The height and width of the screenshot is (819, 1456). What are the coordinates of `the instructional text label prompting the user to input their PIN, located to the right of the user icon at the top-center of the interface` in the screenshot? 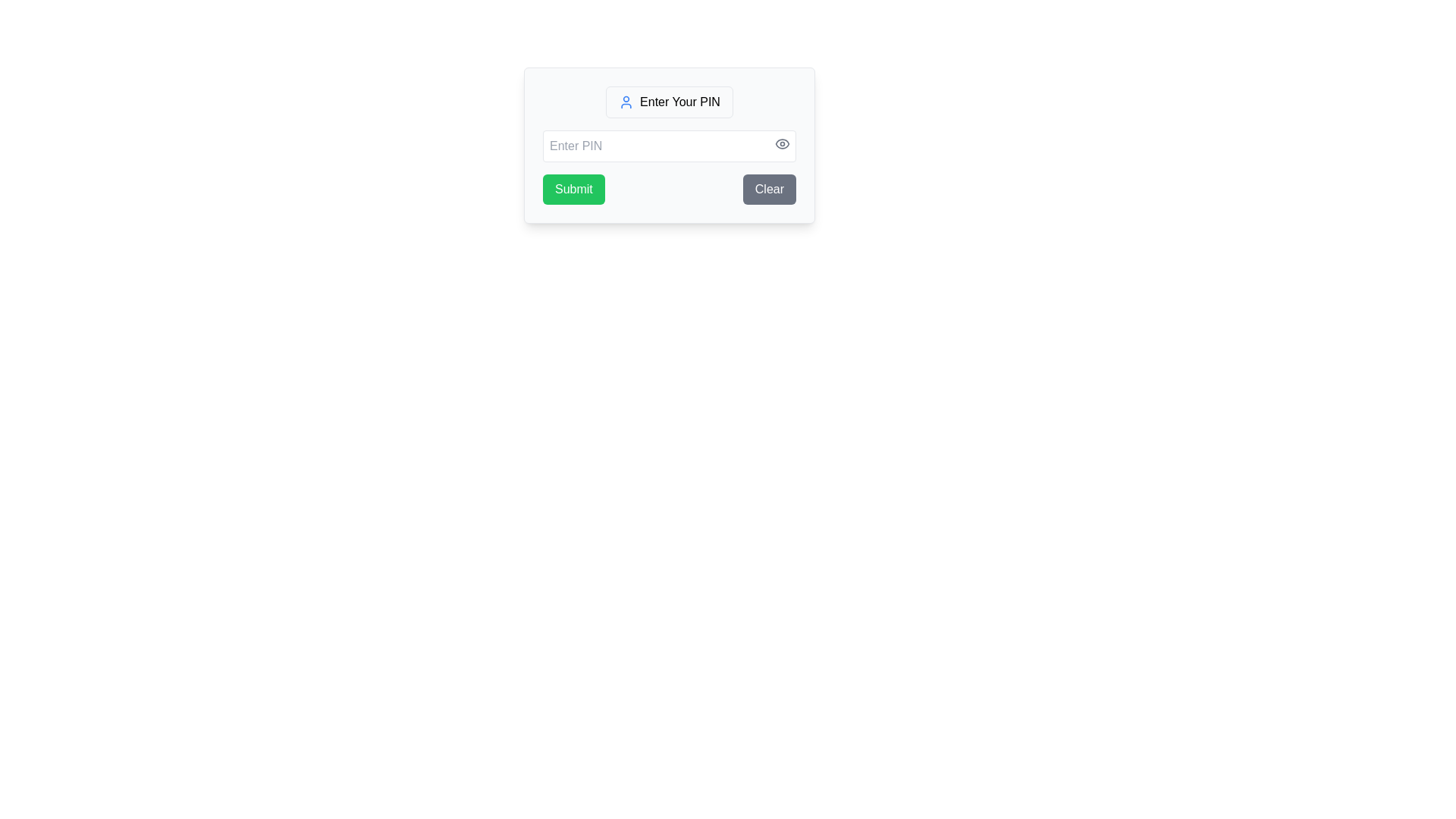 It's located at (679, 102).